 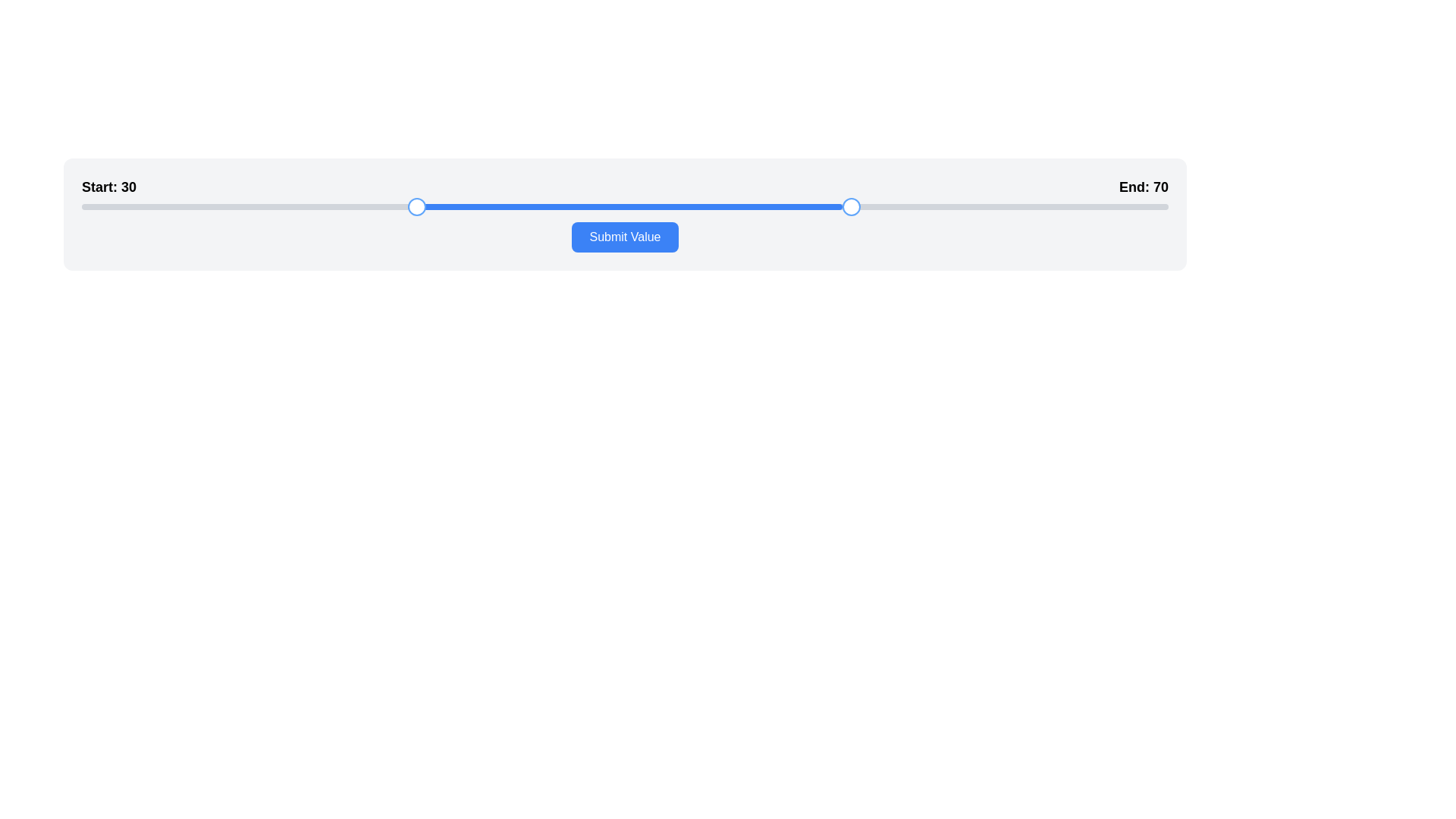 I want to click on the progress bar or range selector bar, which is a horizontal filled bar with blue coloration located within a gray rounded track, representing a range selection between two handles, so click(x=625, y=207).